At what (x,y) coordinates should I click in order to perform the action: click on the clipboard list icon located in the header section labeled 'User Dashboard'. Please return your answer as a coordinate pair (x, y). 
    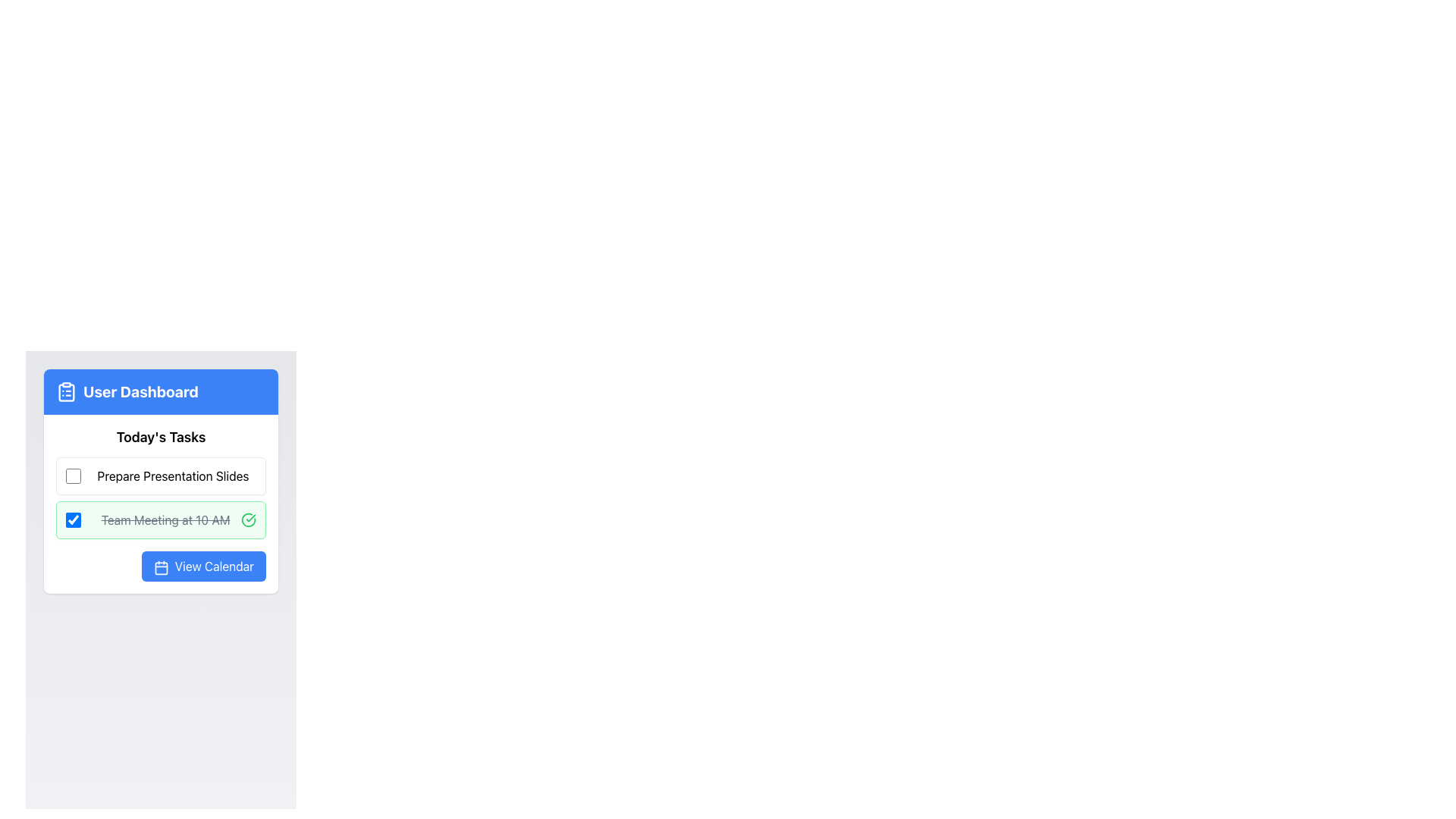
    Looking at the image, I should click on (65, 391).